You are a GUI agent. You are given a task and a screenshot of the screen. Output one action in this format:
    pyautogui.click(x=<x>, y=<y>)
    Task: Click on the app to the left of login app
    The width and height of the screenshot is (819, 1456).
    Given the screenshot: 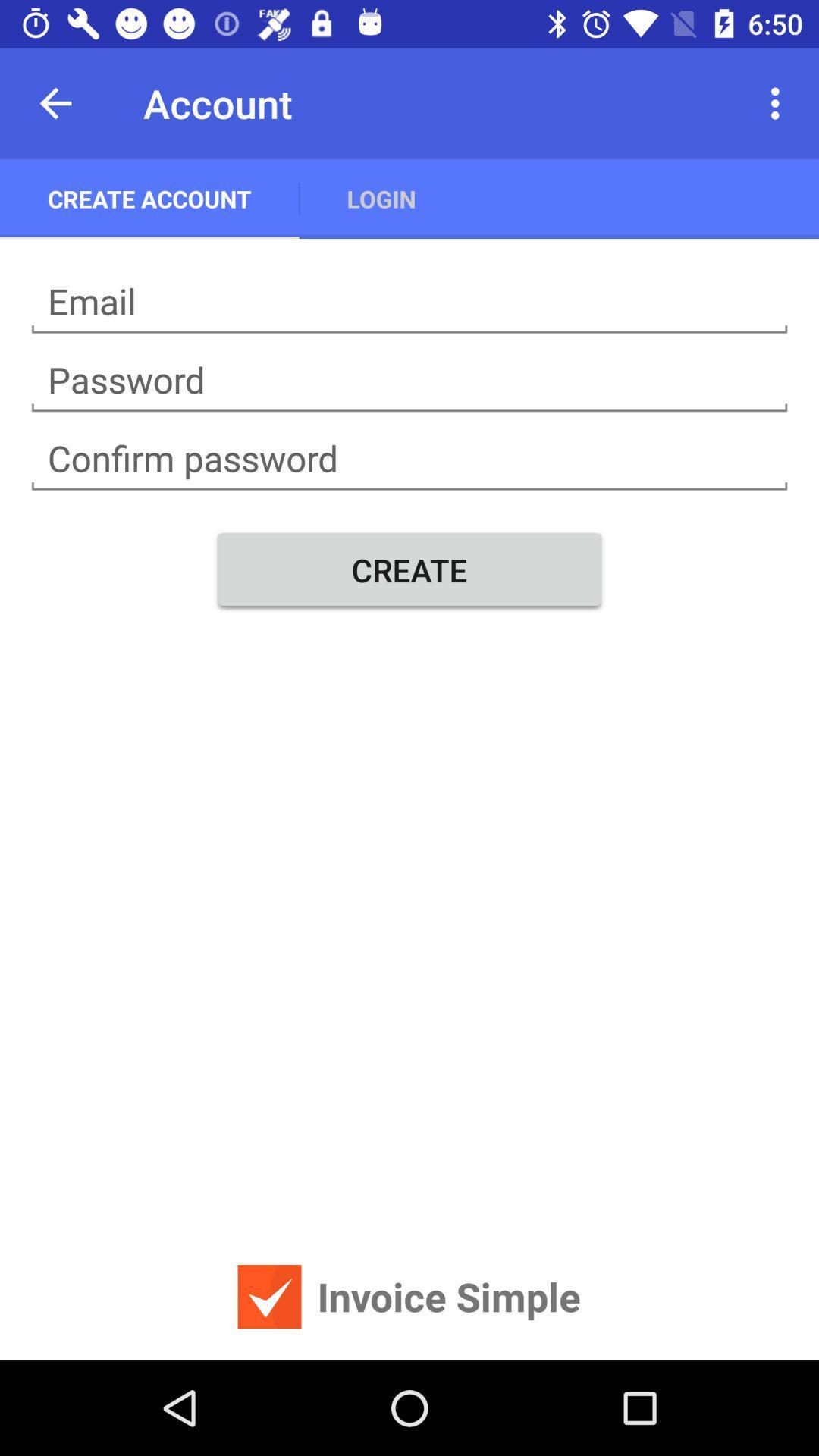 What is the action you would take?
    pyautogui.click(x=149, y=198)
    